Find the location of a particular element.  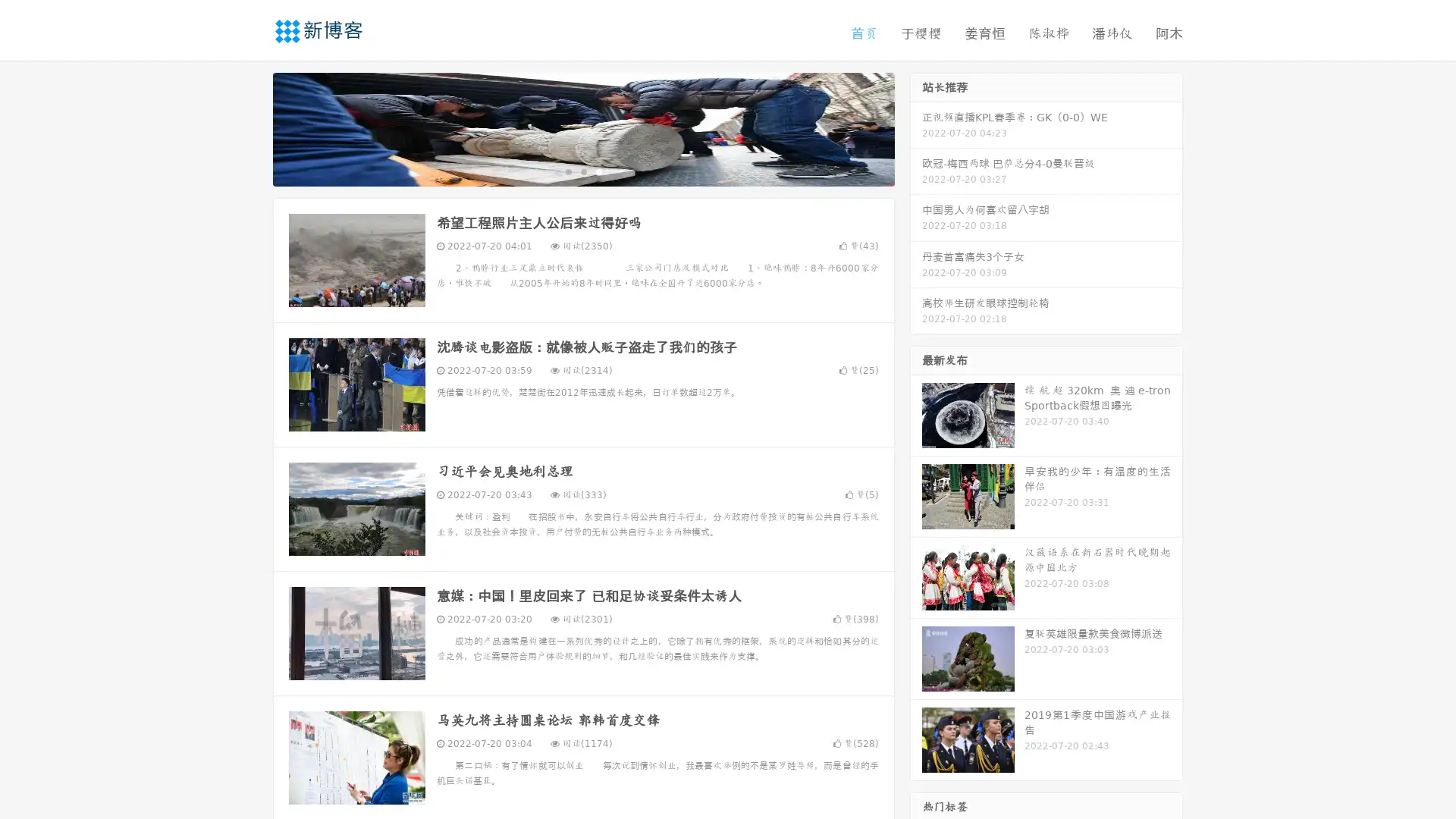

Next slide is located at coordinates (916, 127).